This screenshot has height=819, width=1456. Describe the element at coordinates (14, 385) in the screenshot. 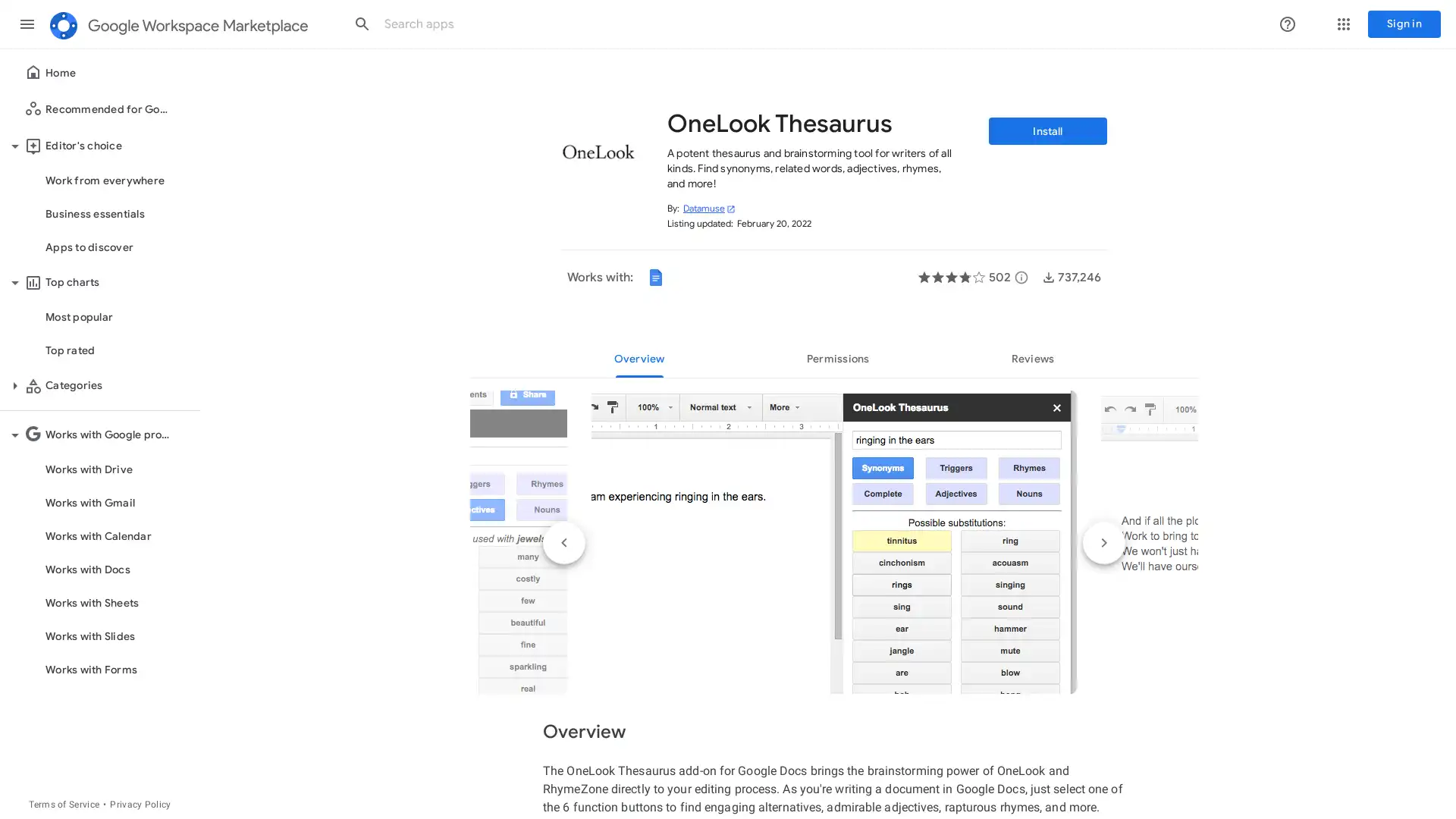

I see `Categories` at that location.